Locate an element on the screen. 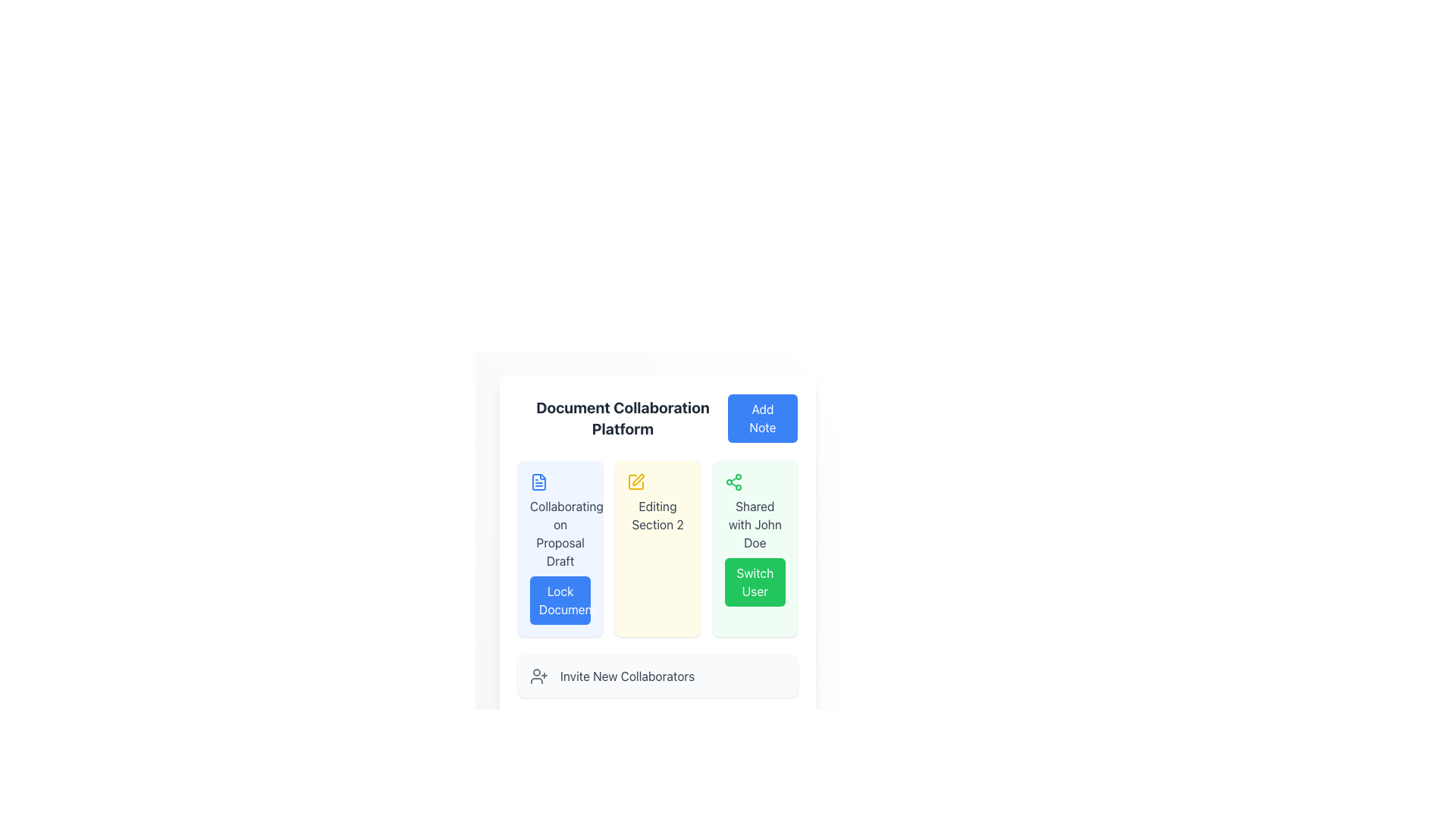  the 'edit' icon component located in the bottom-center of the grid layout, indicating functionality related to editing or modifying a document is located at coordinates (639, 479).